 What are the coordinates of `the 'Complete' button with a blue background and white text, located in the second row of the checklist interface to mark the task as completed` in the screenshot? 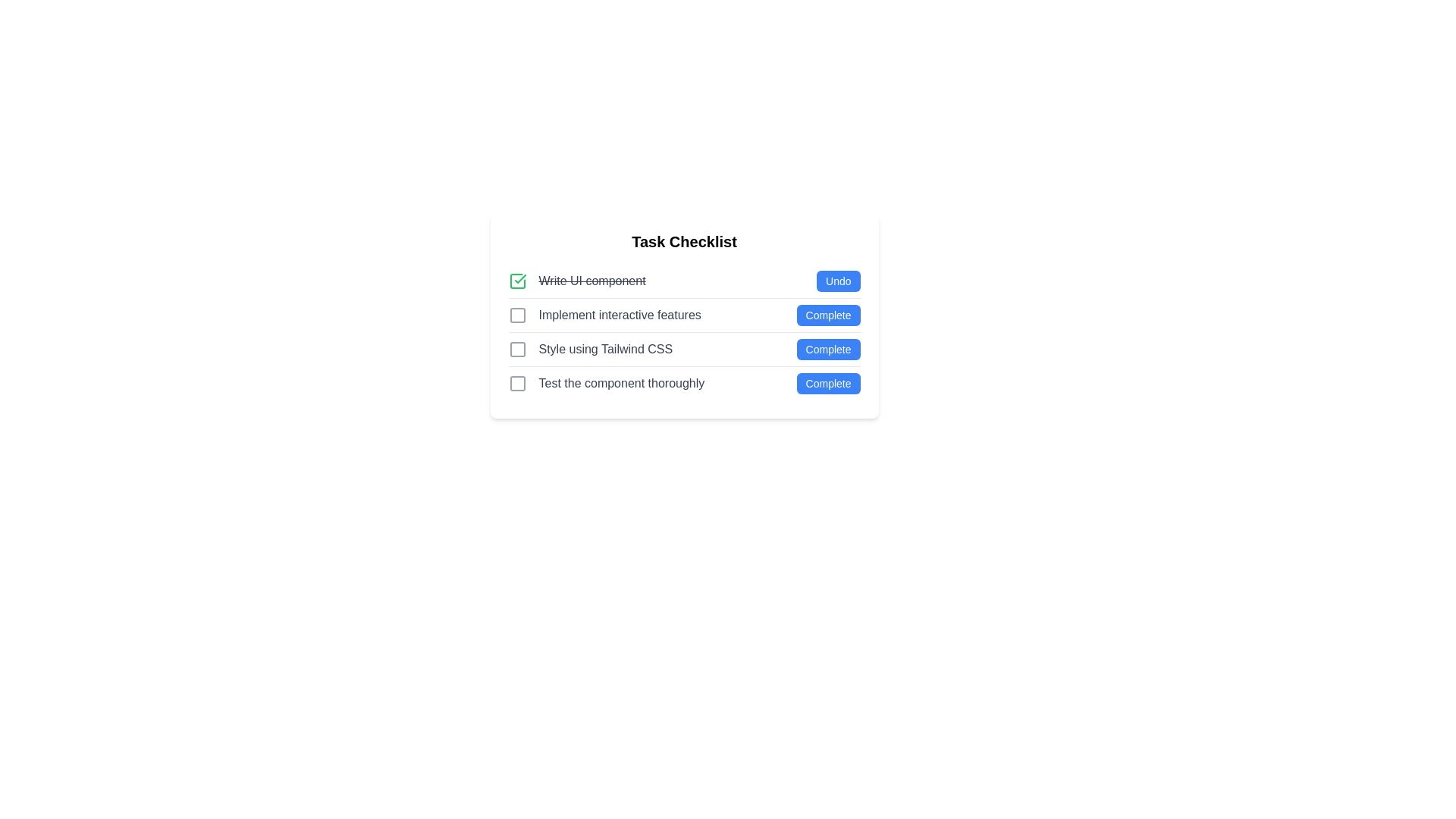 It's located at (827, 315).